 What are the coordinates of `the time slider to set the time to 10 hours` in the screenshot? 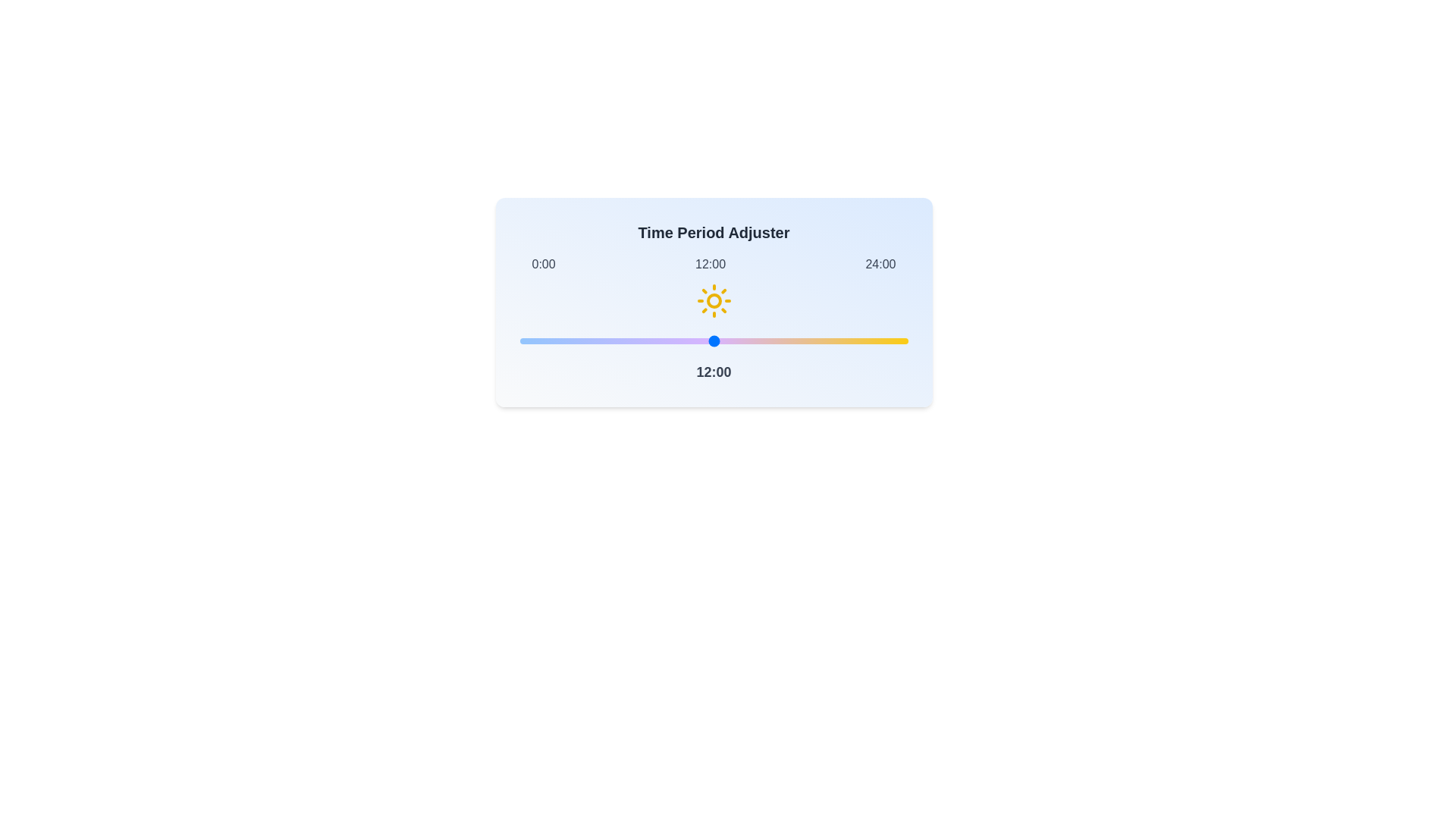 It's located at (680, 341).